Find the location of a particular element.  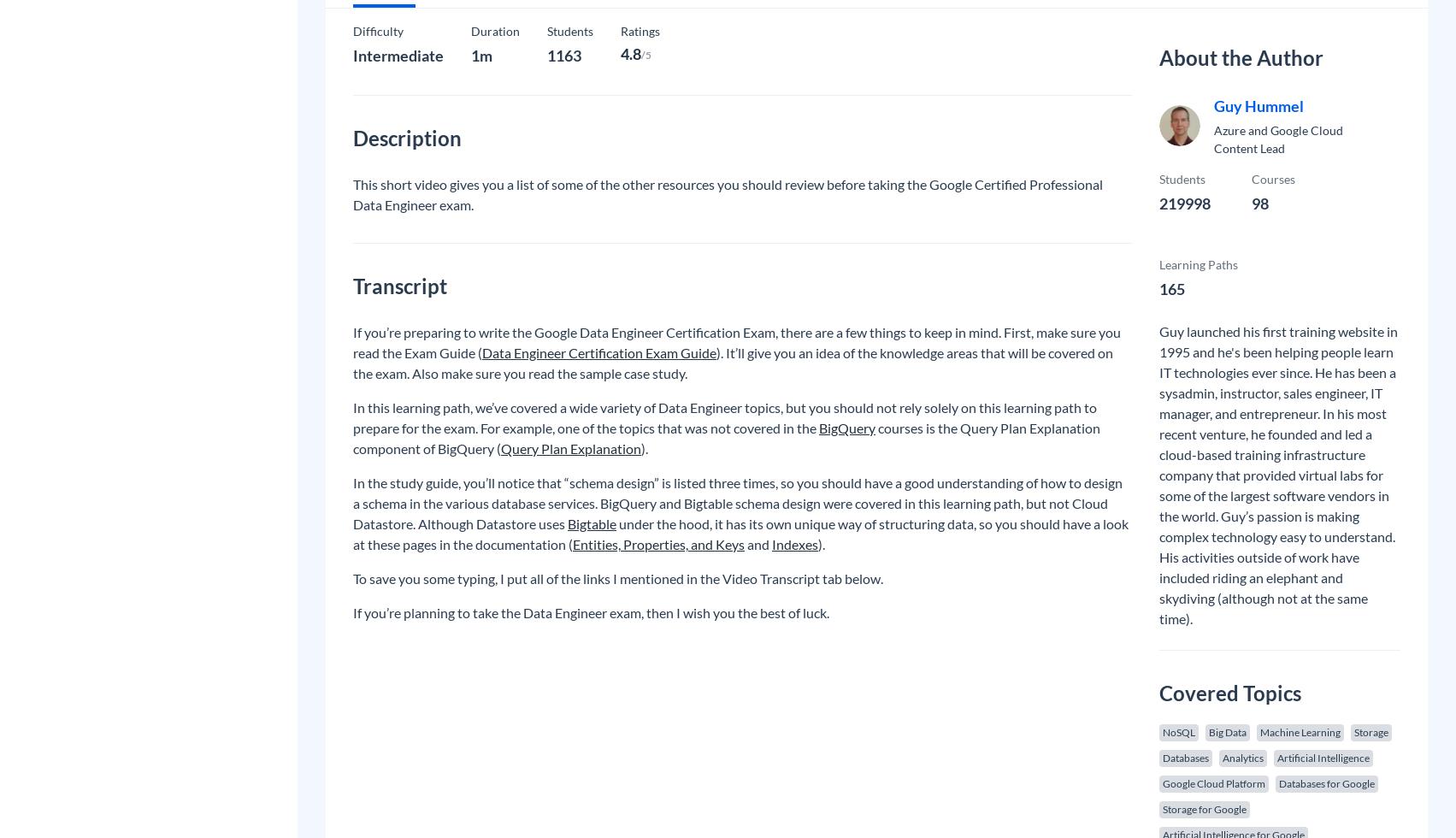

'Artificial Intelligence' is located at coordinates (1322, 758).